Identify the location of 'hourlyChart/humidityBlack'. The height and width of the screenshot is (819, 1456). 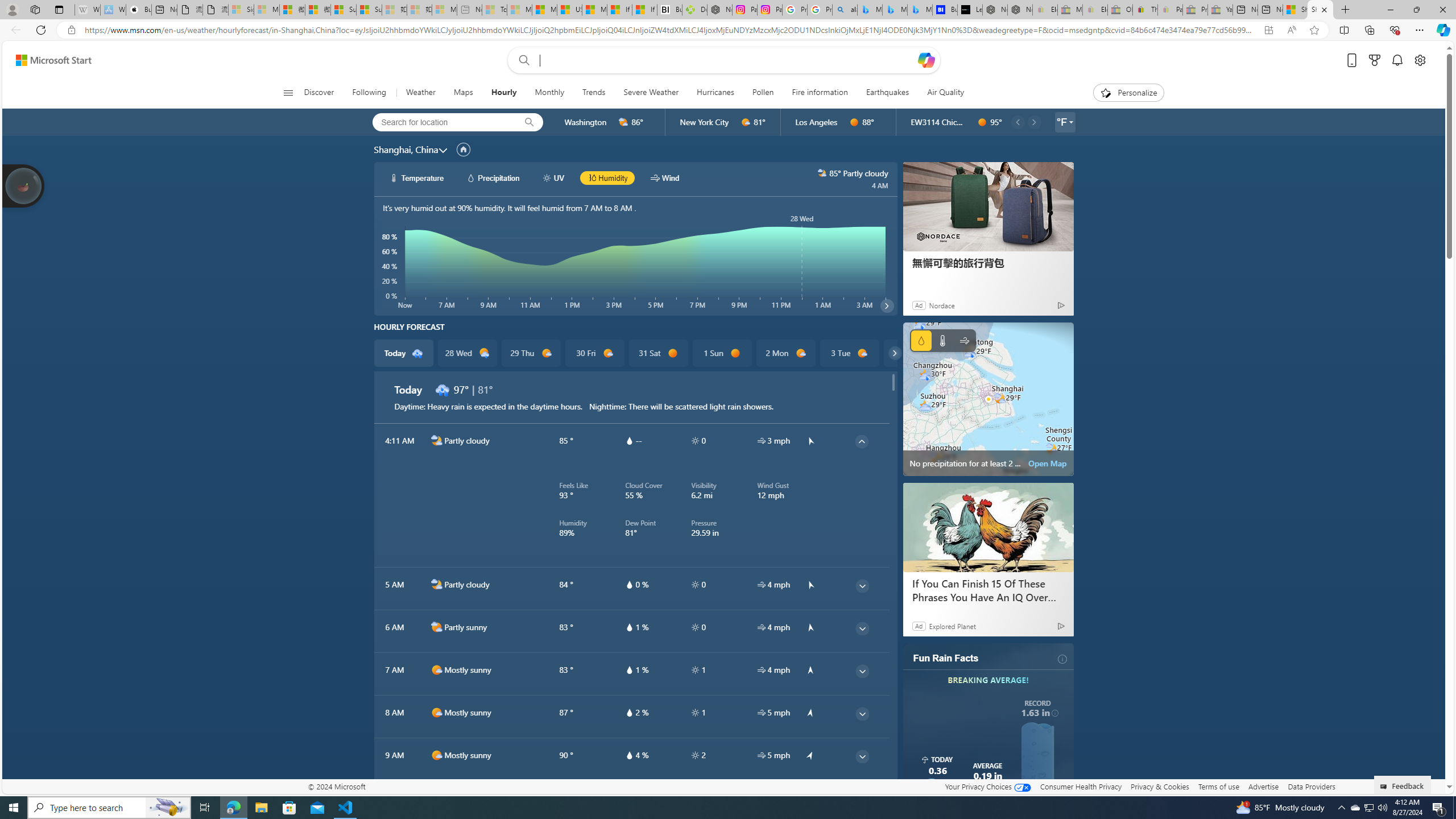
(591, 177).